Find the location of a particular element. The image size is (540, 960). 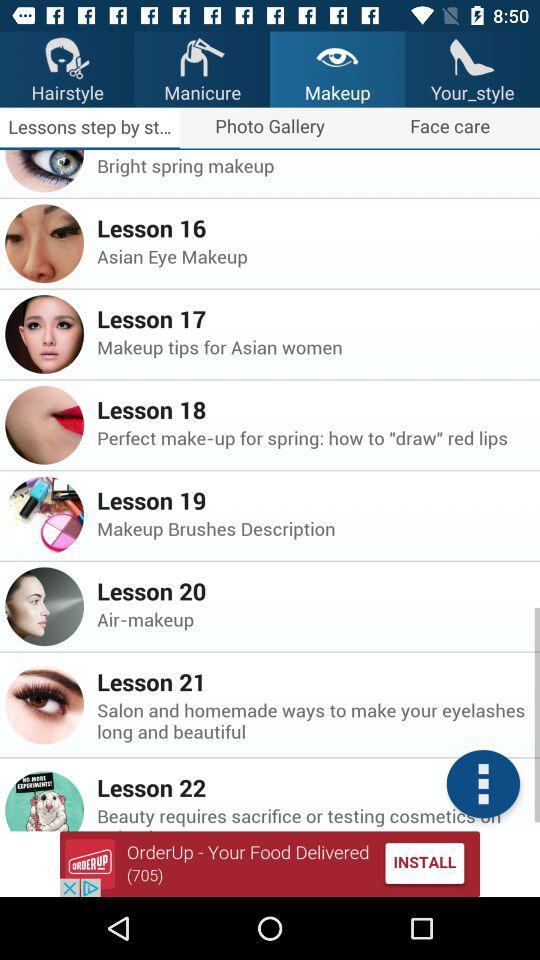

advatisment is located at coordinates (270, 863).